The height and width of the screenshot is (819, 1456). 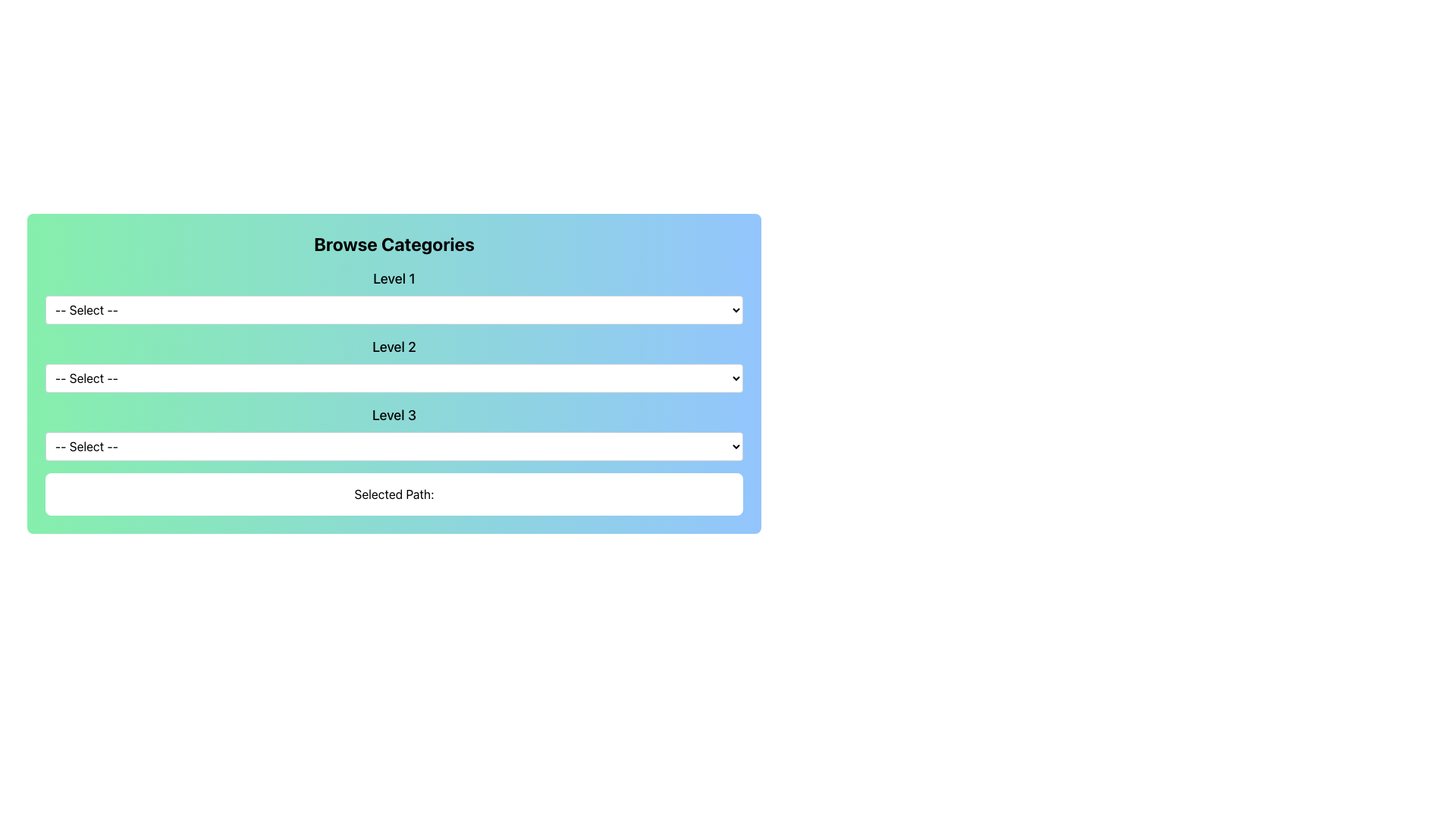 What do you see at coordinates (394, 347) in the screenshot?
I see `the text label displaying 'Level 2' to check for potential tooltips` at bounding box center [394, 347].